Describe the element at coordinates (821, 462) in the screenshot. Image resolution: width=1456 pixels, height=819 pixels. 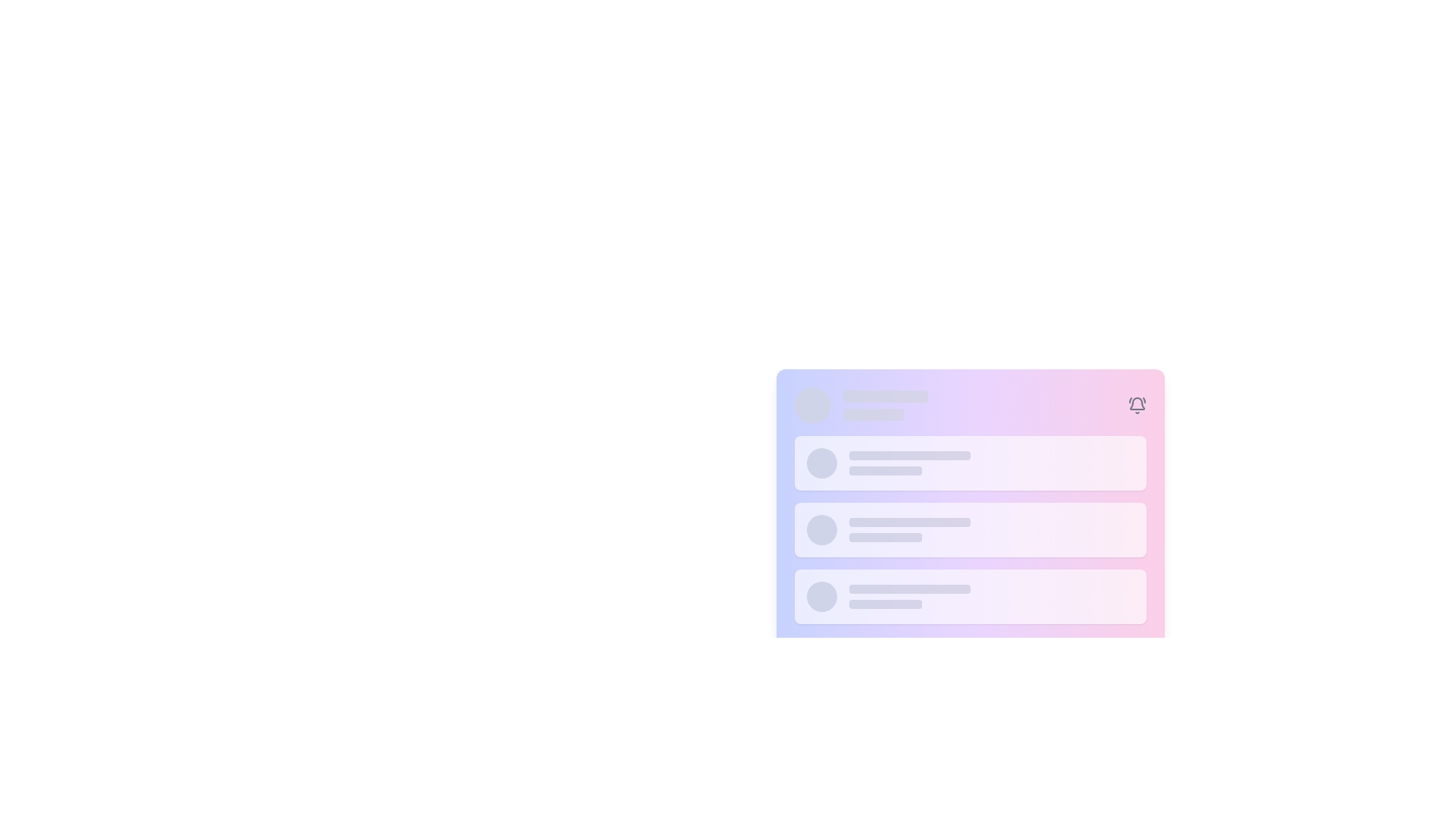
I see `the Avatar placeholder, which serves as a profile picture placeholder located towards the left in the vertical center of its containing card` at that location.